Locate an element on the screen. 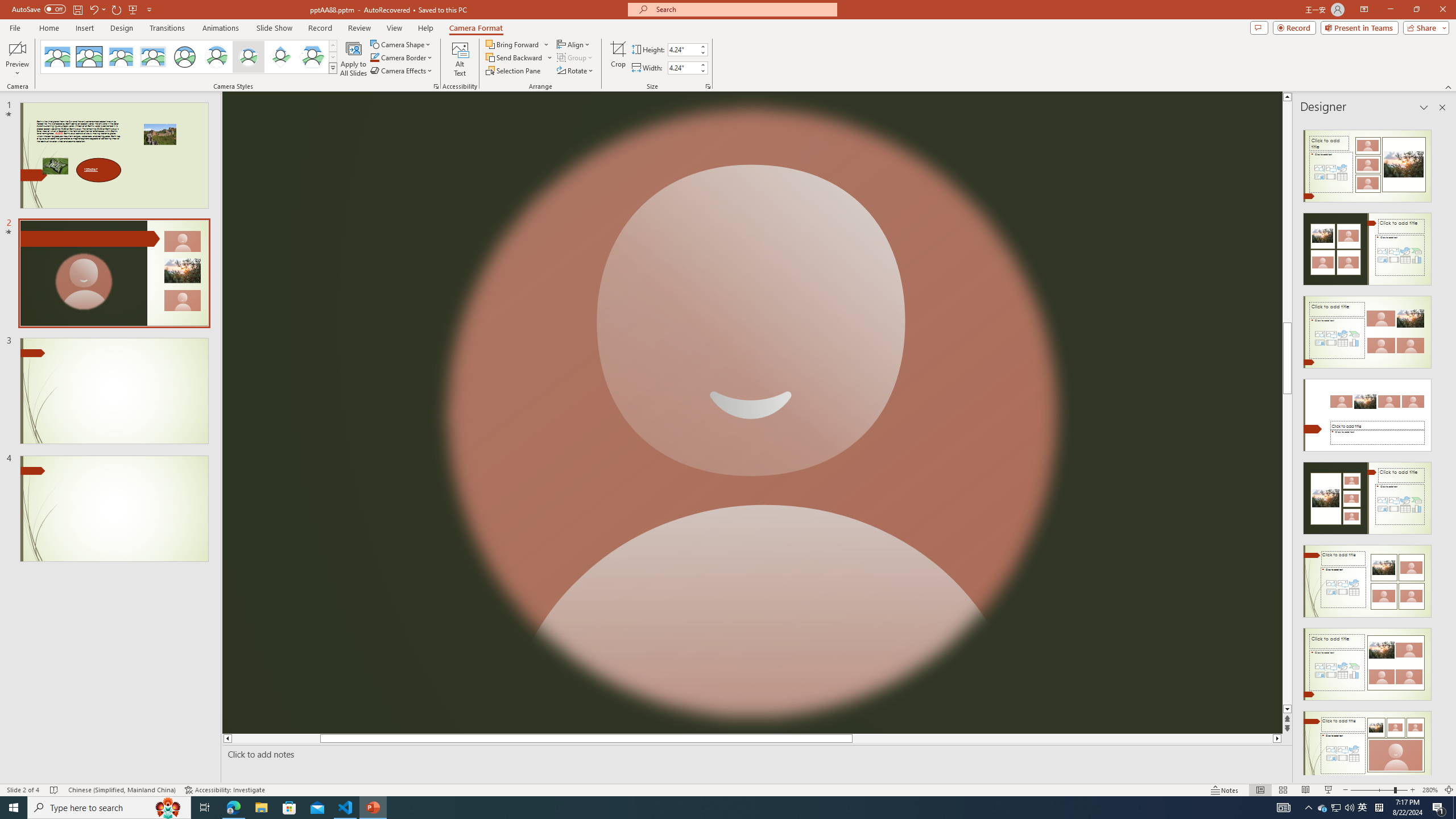  'Zoom 280%' is located at coordinates (1430, 790).